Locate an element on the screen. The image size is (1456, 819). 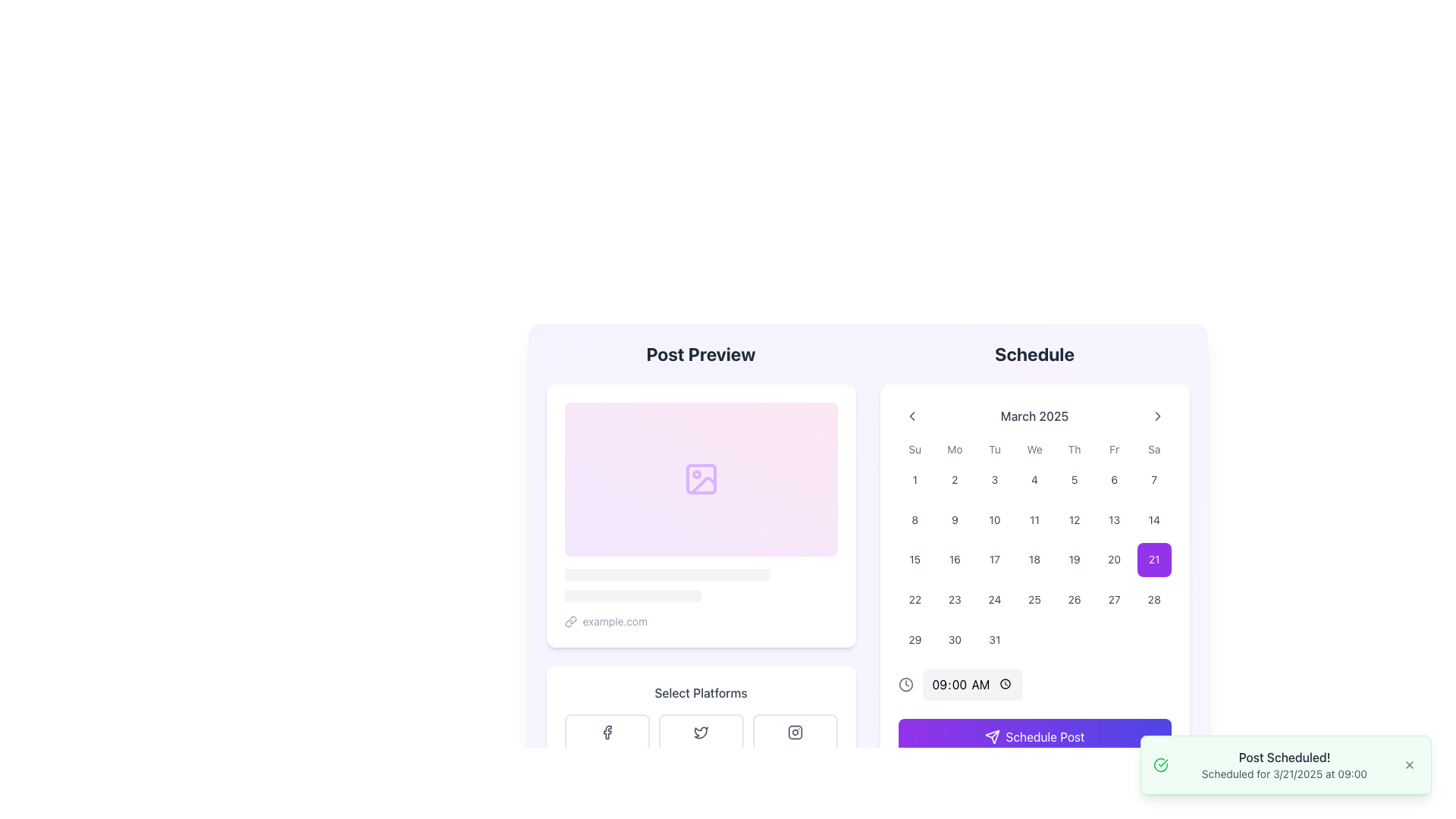
displayed text 'March 2025' from the text label styled with a medium font weight and gray color, which is centrally located among calendar navigation elements is located at coordinates (1034, 416).